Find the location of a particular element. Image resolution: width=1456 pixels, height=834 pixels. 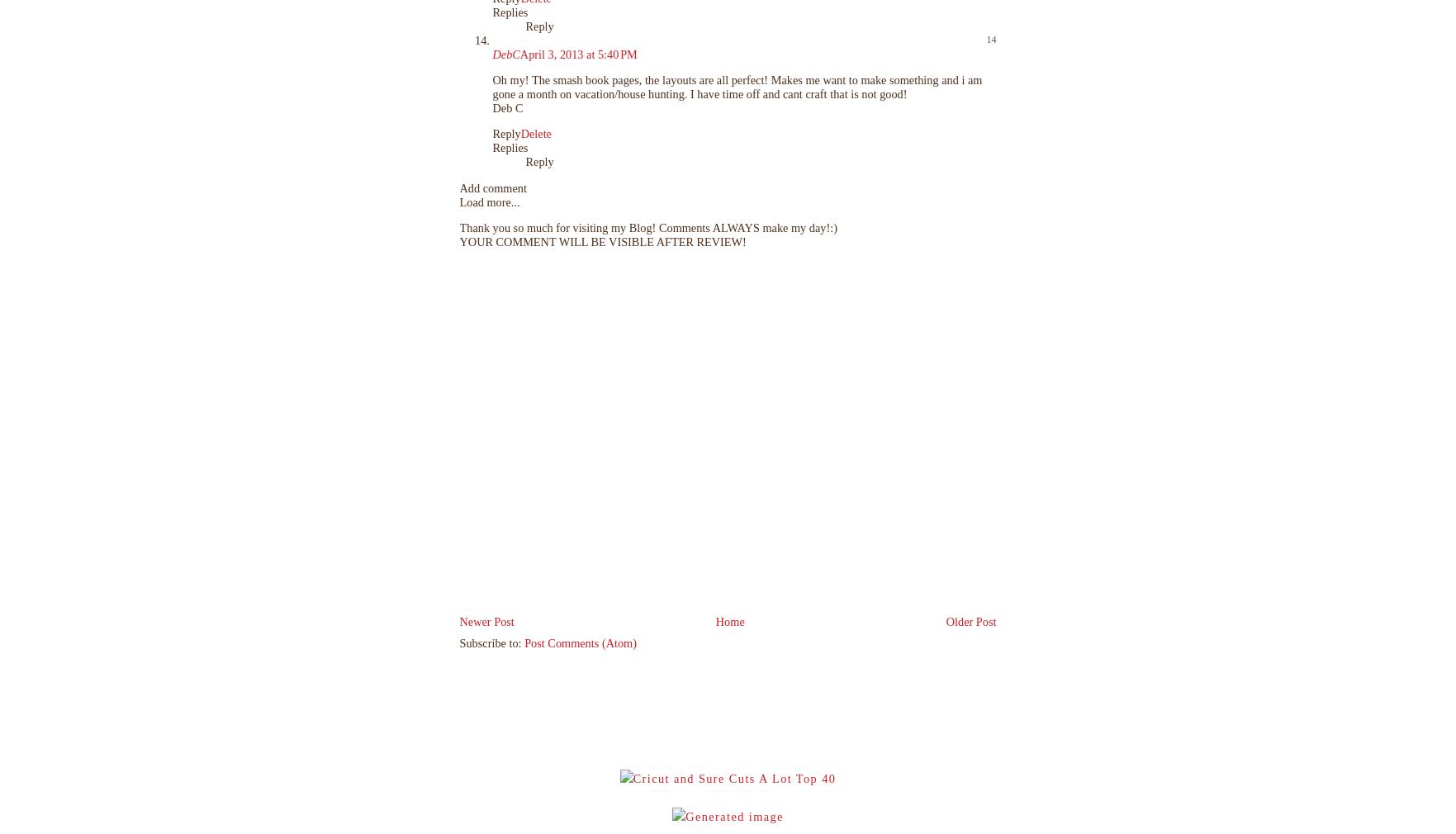

'Post Comments (Atom)' is located at coordinates (580, 642).